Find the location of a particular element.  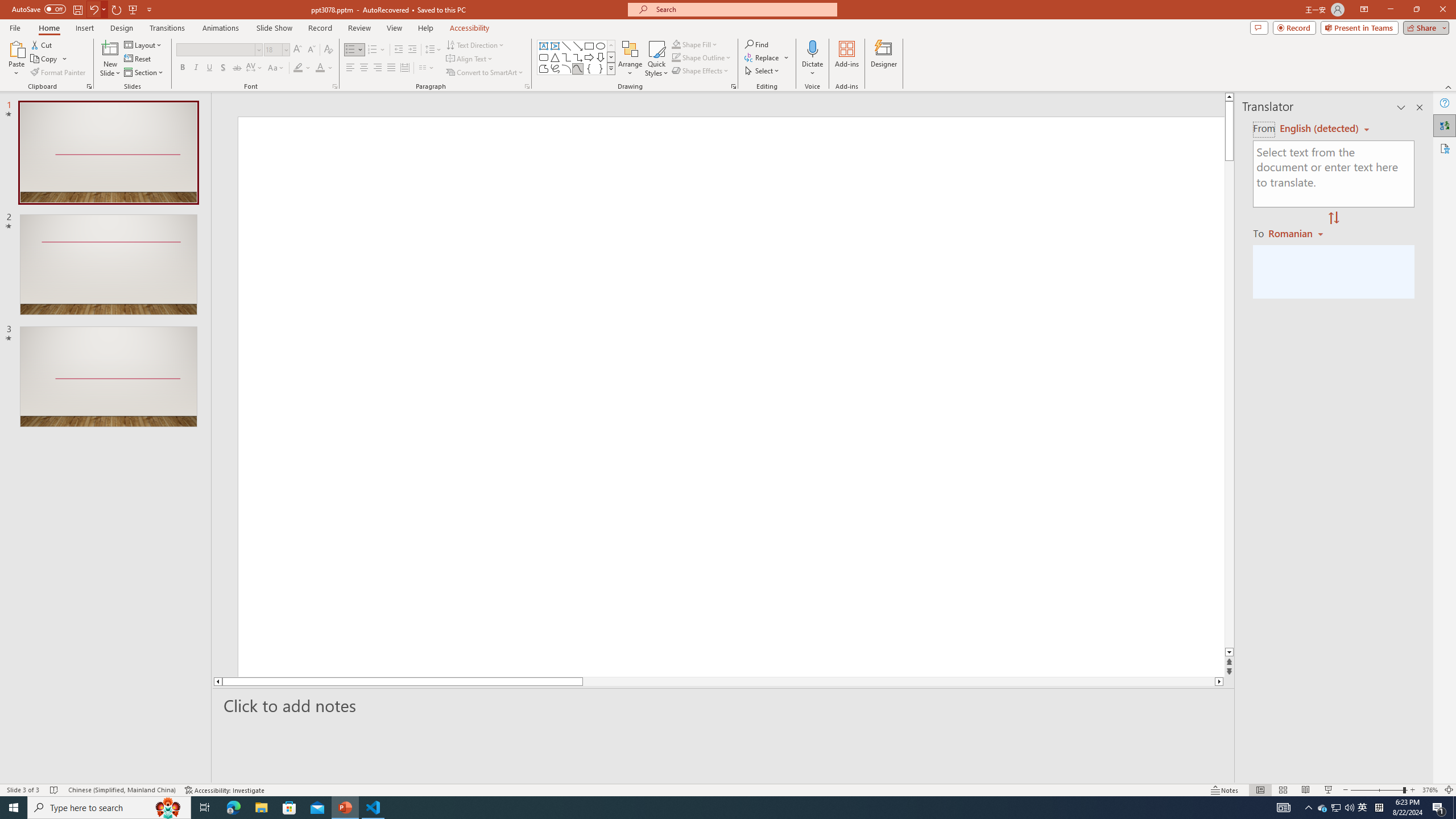

'Zoom 376%' is located at coordinates (1430, 790).